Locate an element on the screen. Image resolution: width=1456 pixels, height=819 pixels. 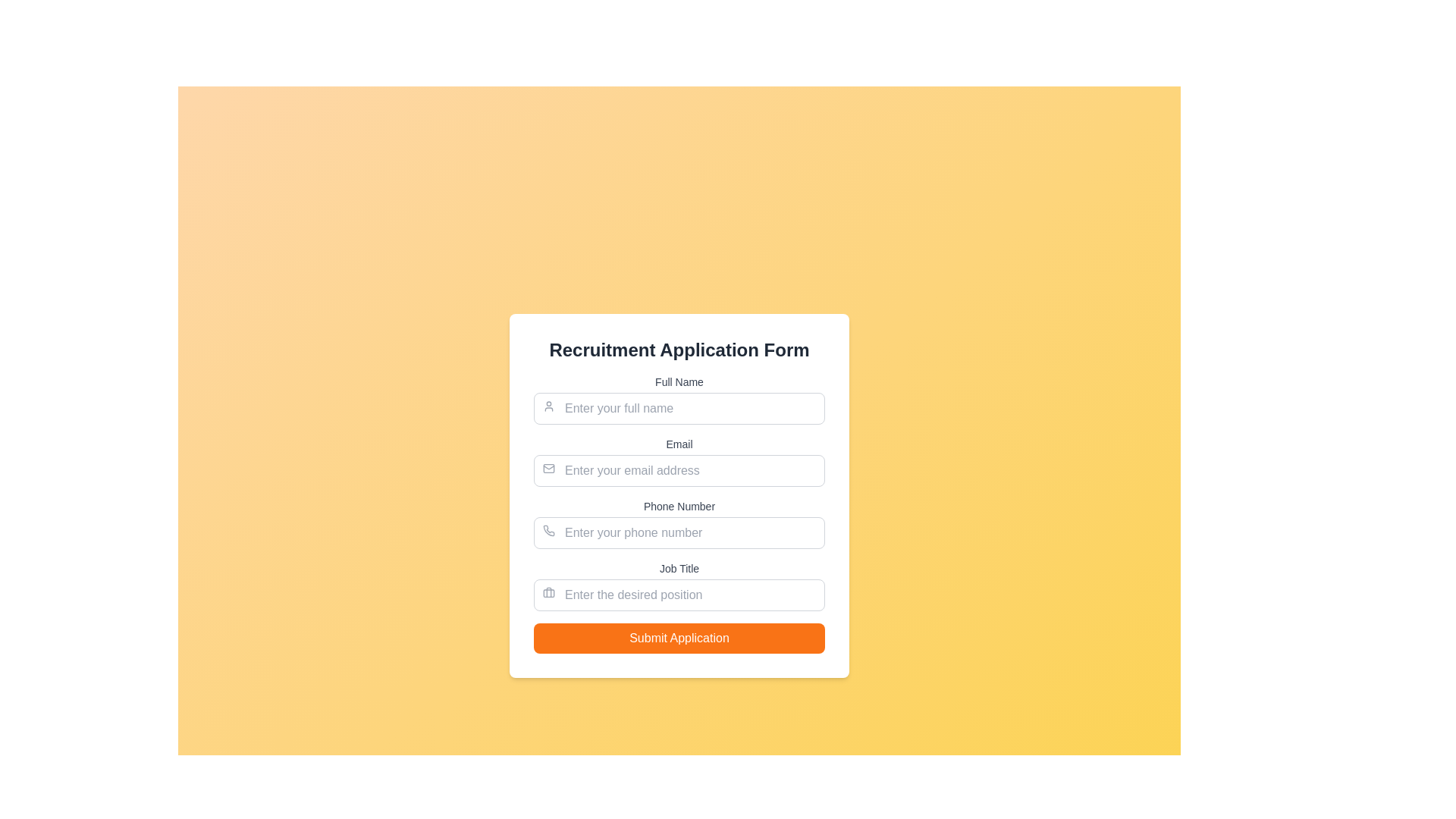
on the text input field for phone number, which is styled as a rectangular box with rounded corners and contains the placeholder text 'Enter your phone number' is located at coordinates (679, 532).